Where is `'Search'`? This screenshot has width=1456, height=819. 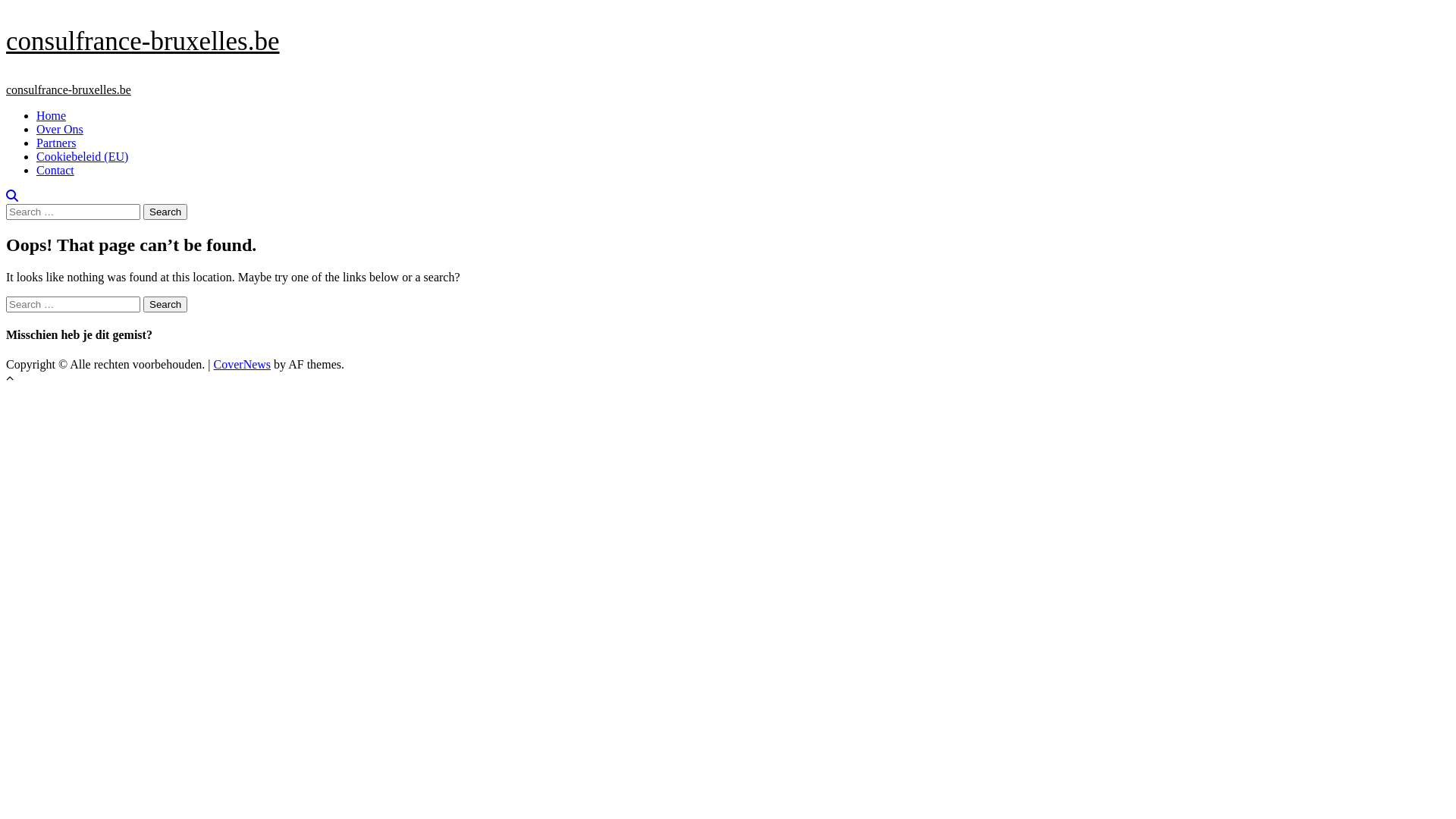 'Search' is located at coordinates (11, 196).